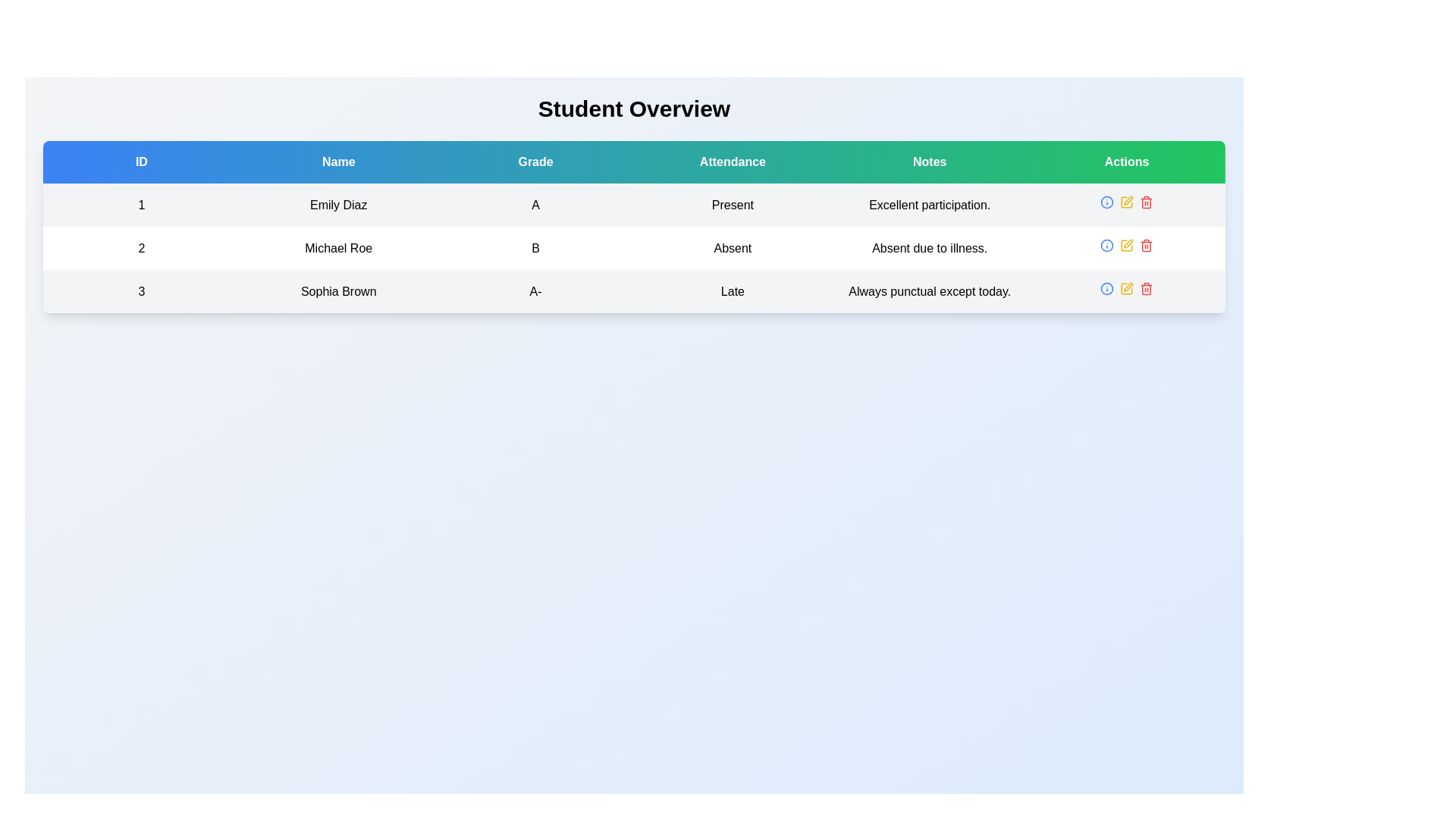 This screenshot has width=1456, height=819. I want to click on the trash bin icon representing the delete action for the row associated with 'Michael Roe' in the 'Actions' column of the table, so click(1147, 246).